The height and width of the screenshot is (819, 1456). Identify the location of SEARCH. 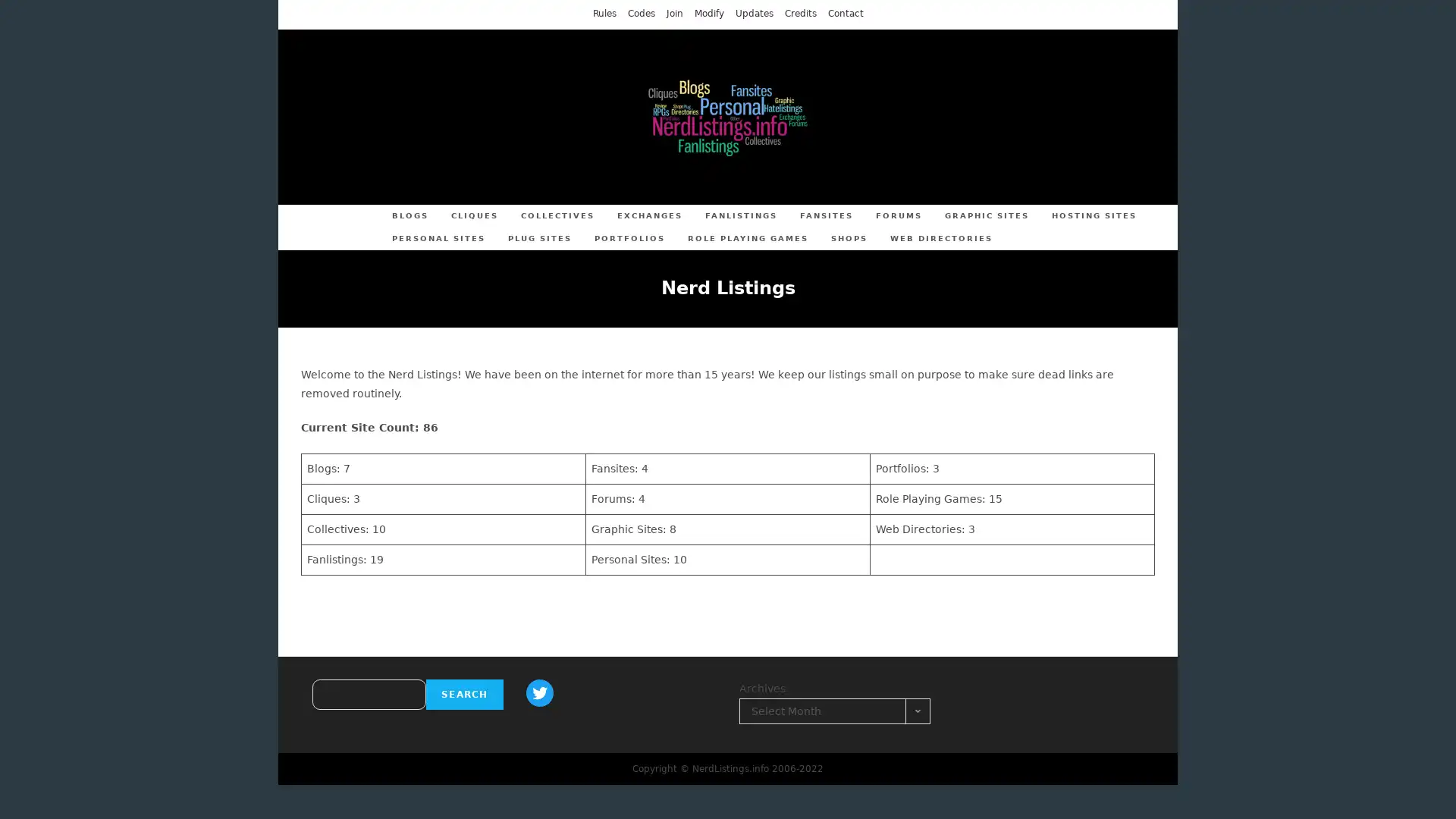
(463, 694).